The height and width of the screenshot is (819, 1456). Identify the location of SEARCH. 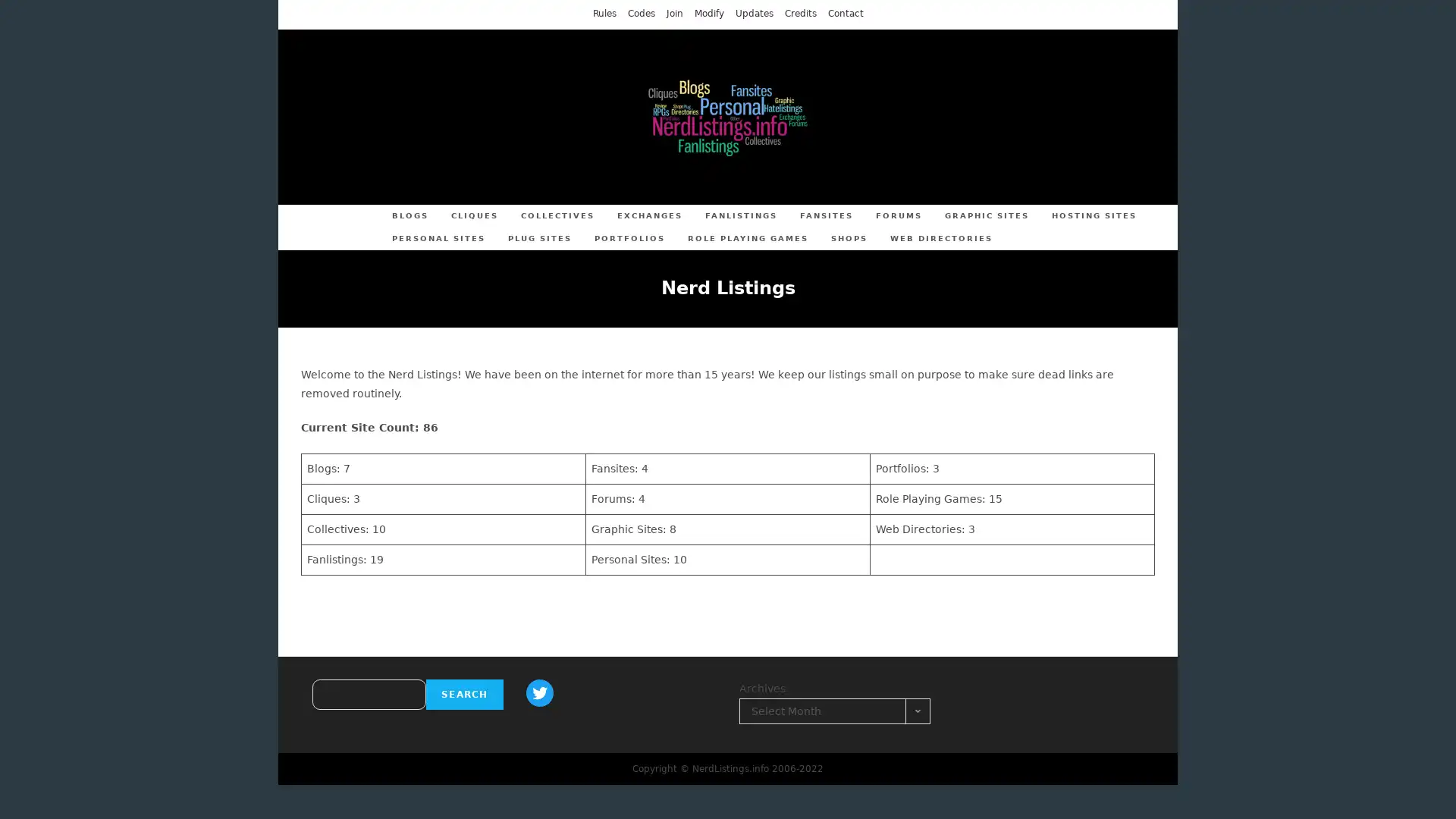
(463, 694).